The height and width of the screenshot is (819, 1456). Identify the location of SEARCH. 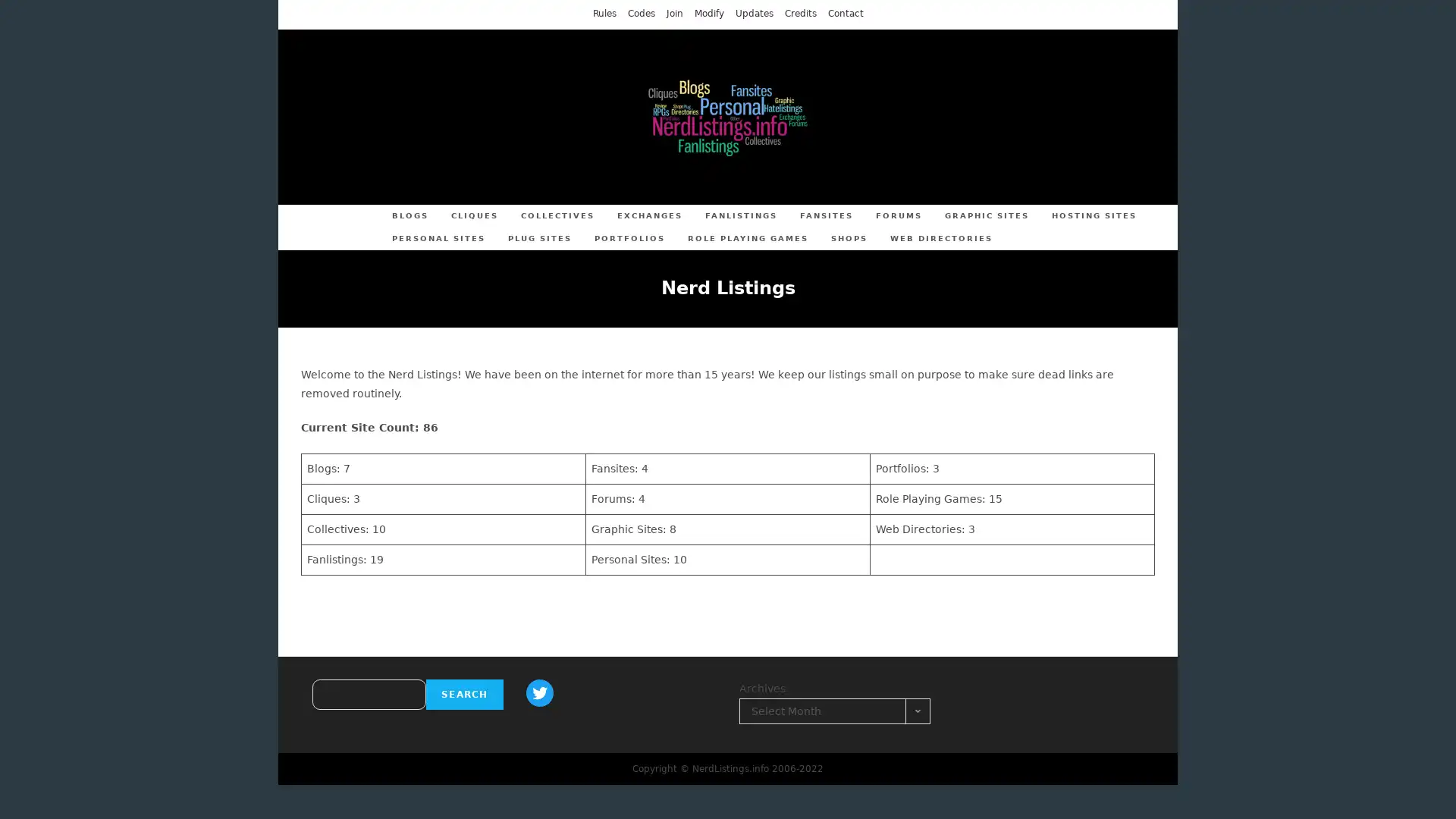
(463, 694).